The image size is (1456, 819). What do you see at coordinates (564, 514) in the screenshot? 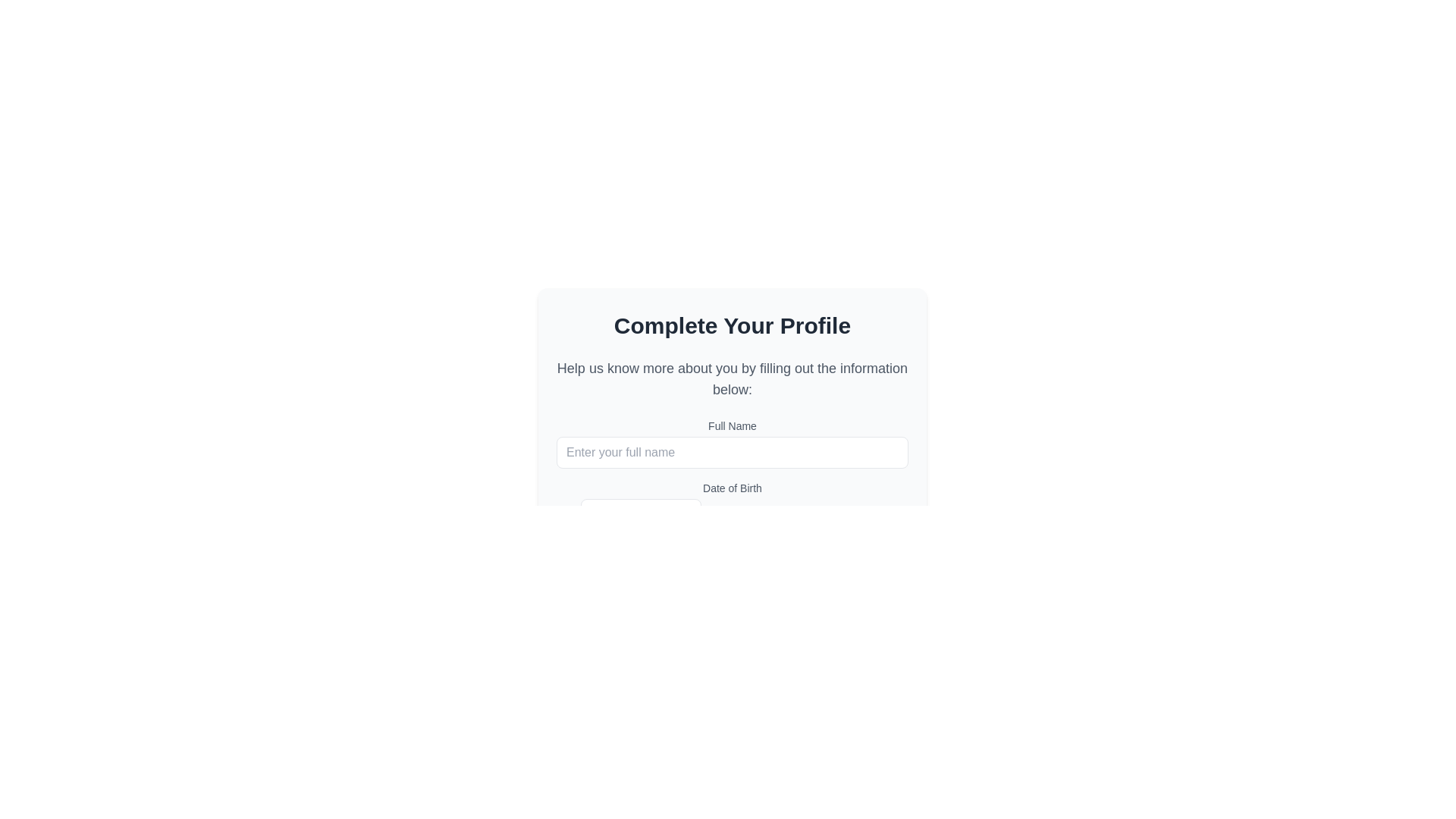
I see `the calendar icon located directly to the left of the 'Date of Birth' input field for information regarding date selection` at bounding box center [564, 514].